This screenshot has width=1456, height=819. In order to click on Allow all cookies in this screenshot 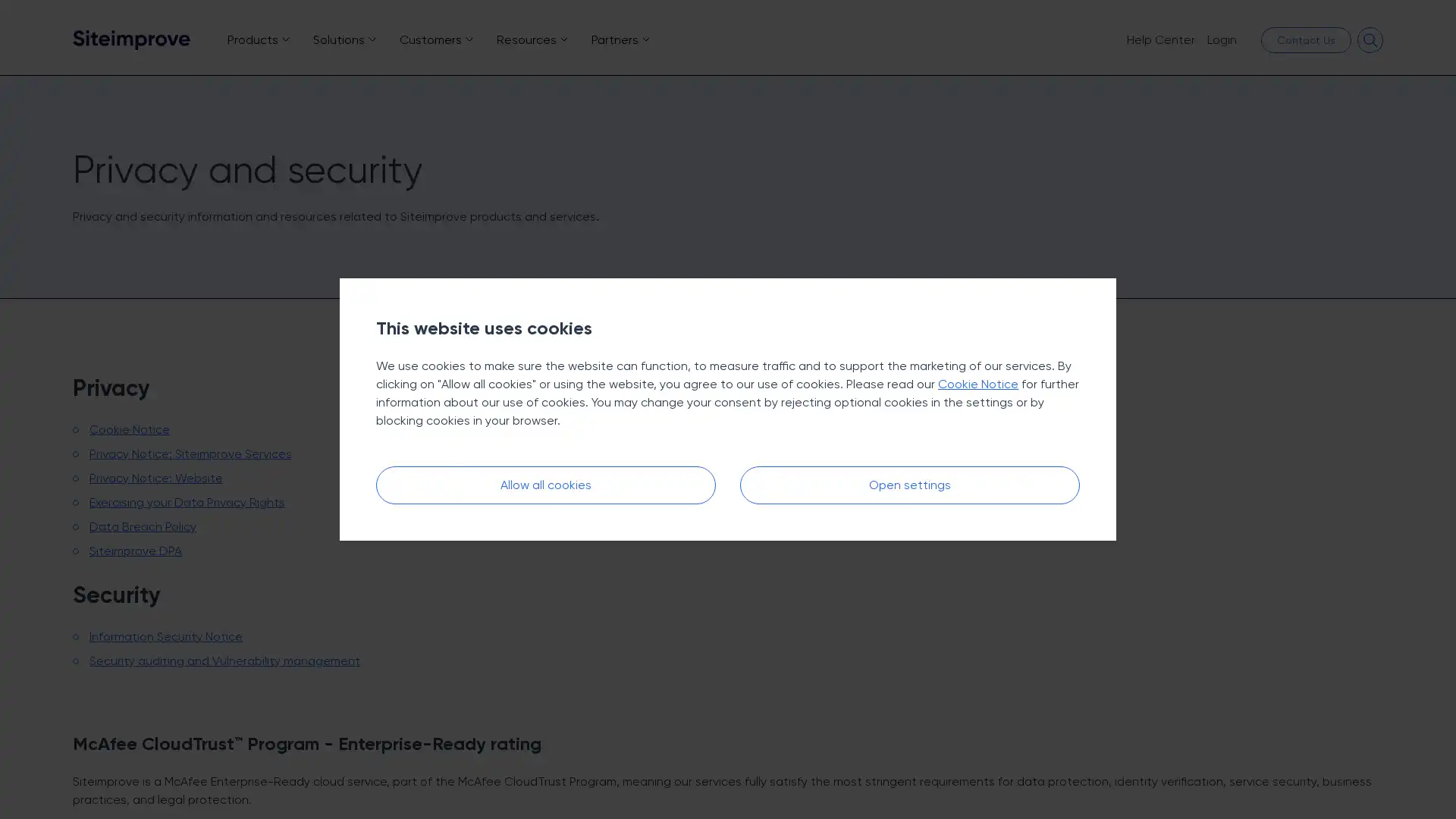, I will do `click(546, 485)`.